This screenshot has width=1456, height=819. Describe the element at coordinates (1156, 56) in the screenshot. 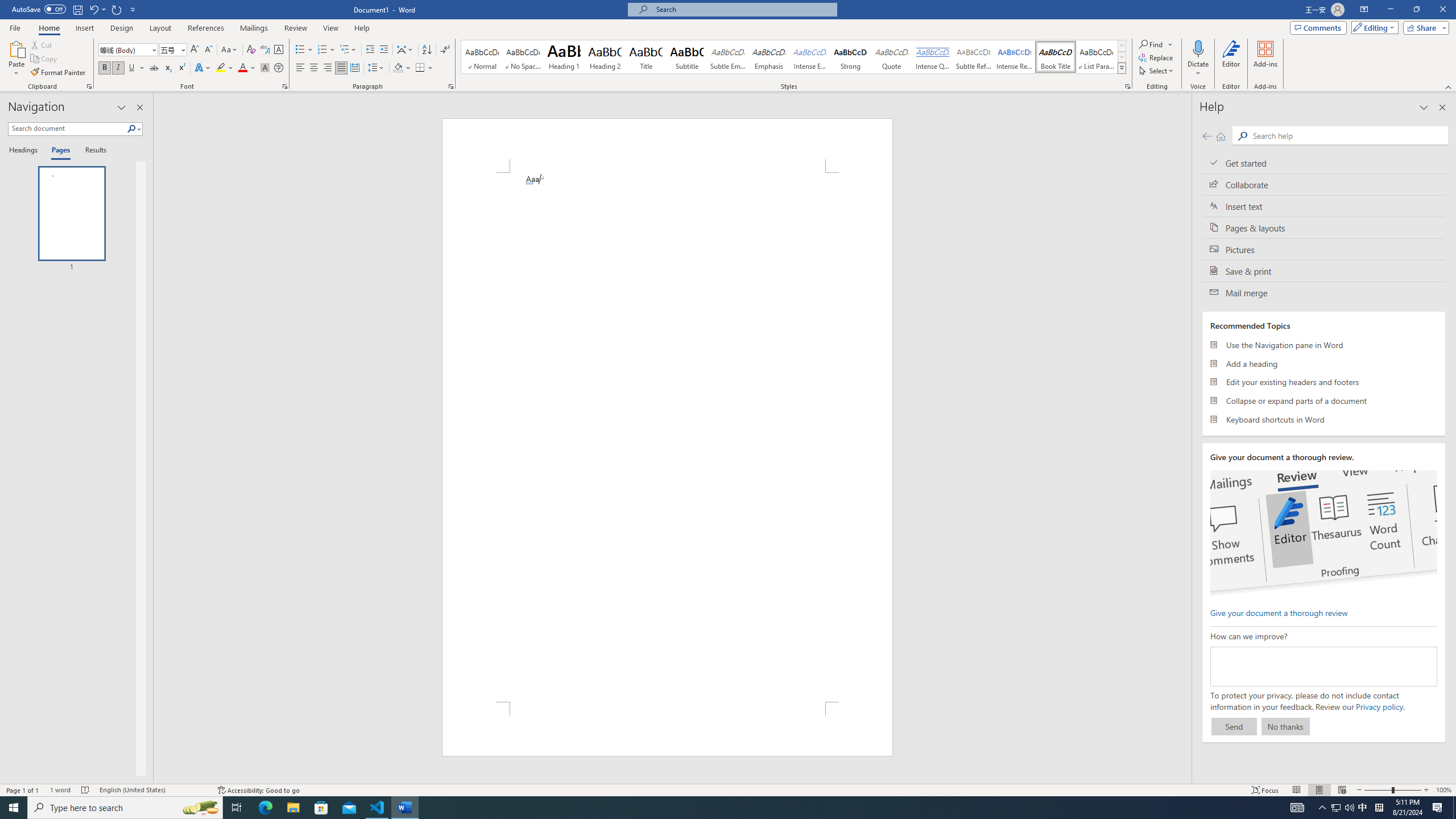

I see `'Replace...'` at that location.